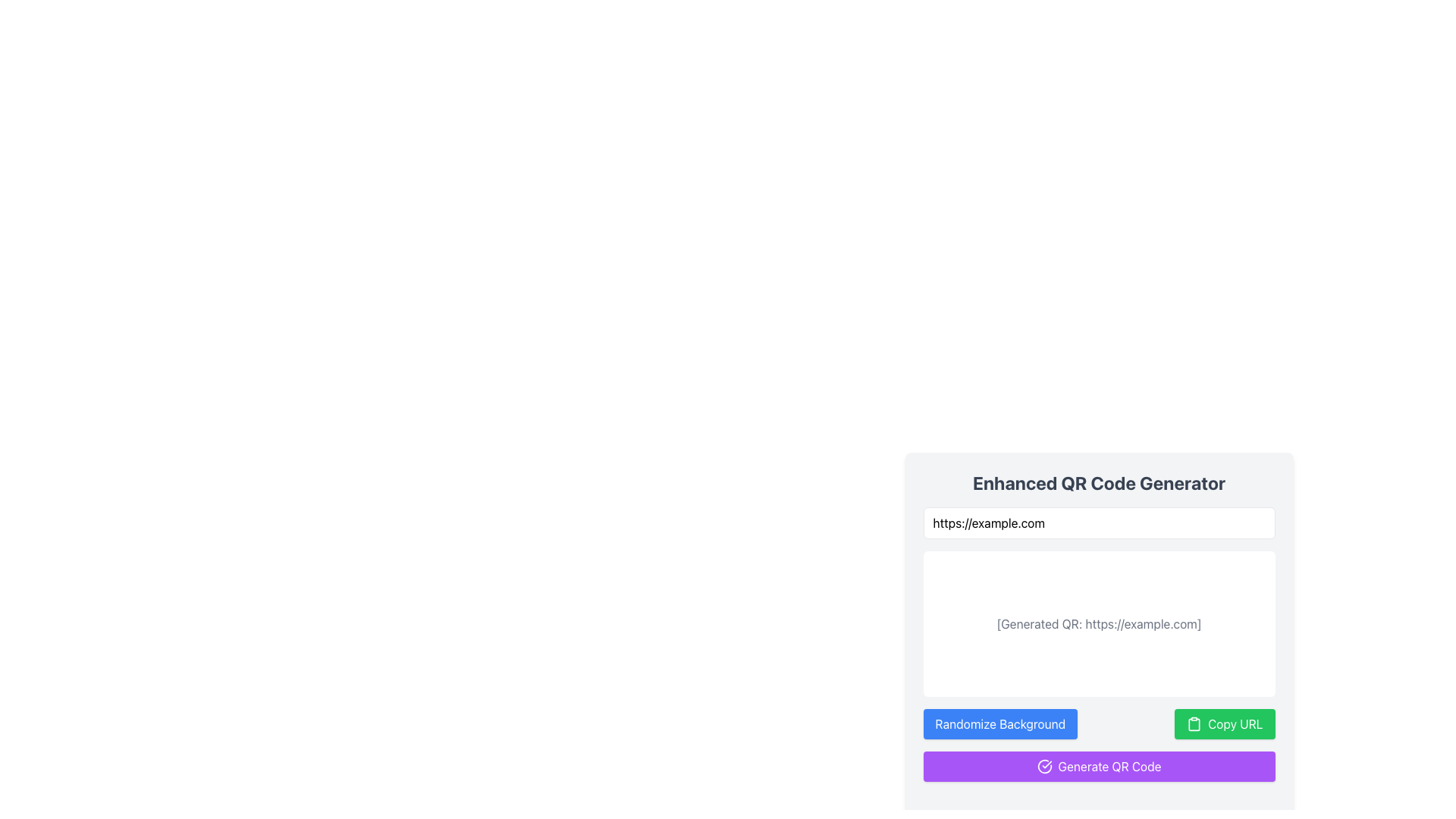  What do you see at coordinates (1099, 723) in the screenshot?
I see `the green 'Copy URL' button in the Interactive buttons group located within the 'Enhanced QR Code Generator' interface panel` at bounding box center [1099, 723].